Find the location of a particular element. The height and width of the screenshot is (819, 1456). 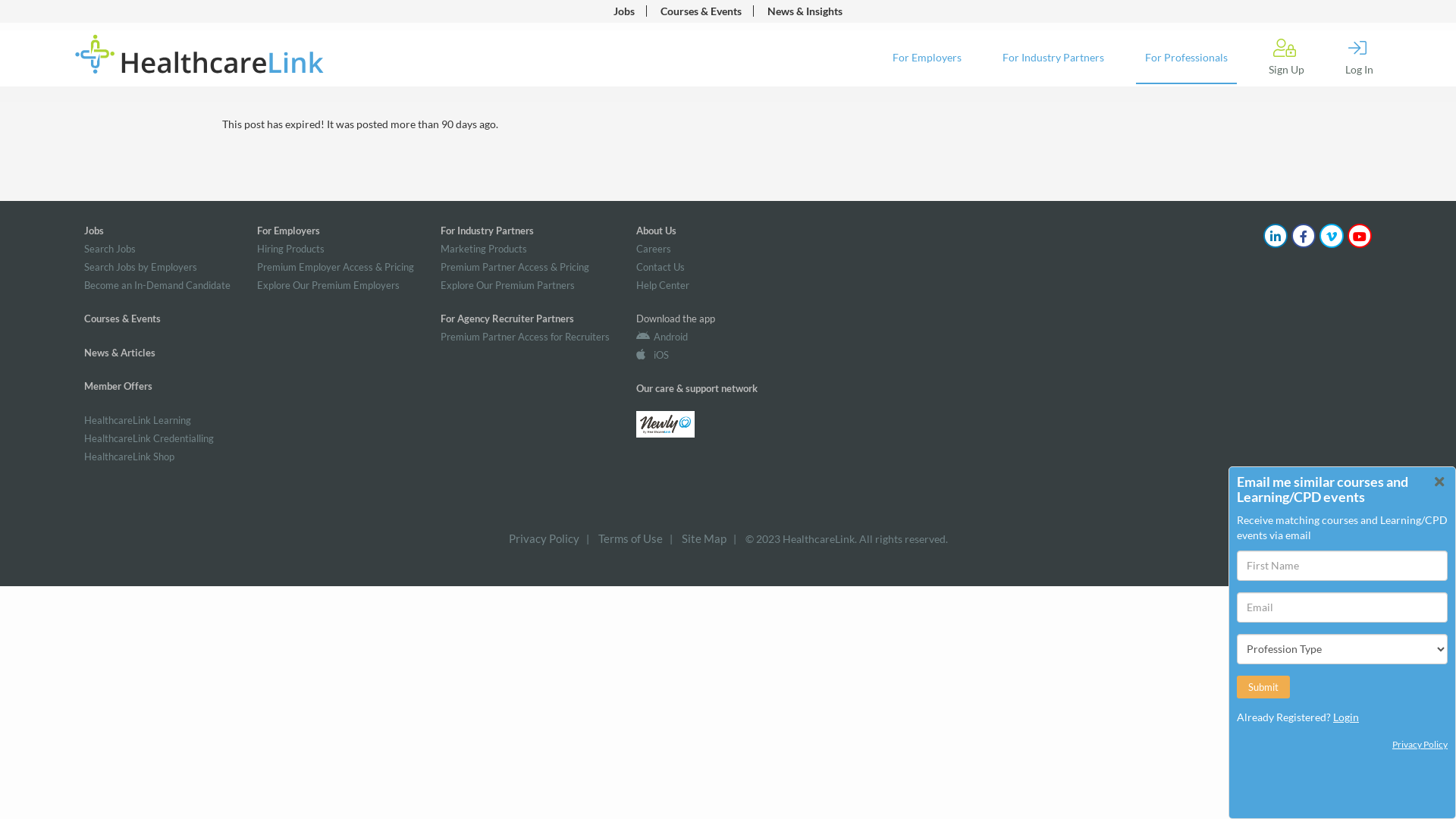

'Log In' is located at coordinates (1359, 57).